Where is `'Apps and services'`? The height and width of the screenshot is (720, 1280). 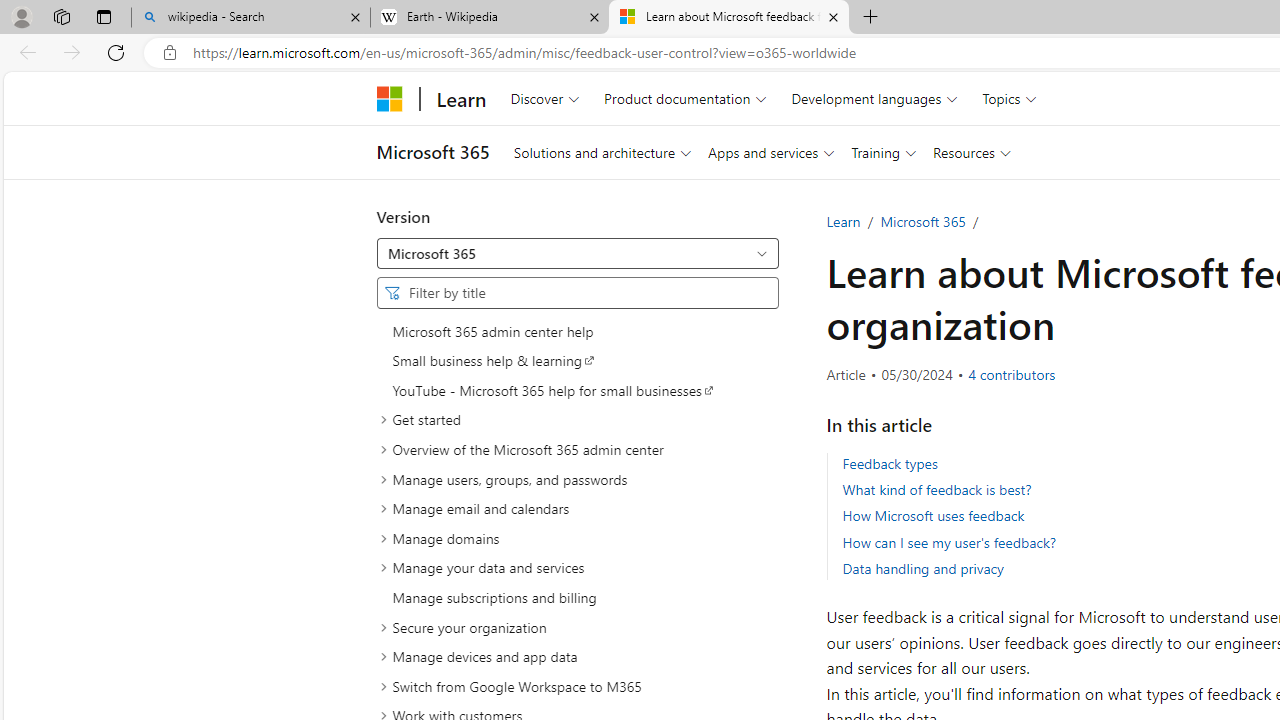
'Apps and services' is located at coordinates (770, 151).